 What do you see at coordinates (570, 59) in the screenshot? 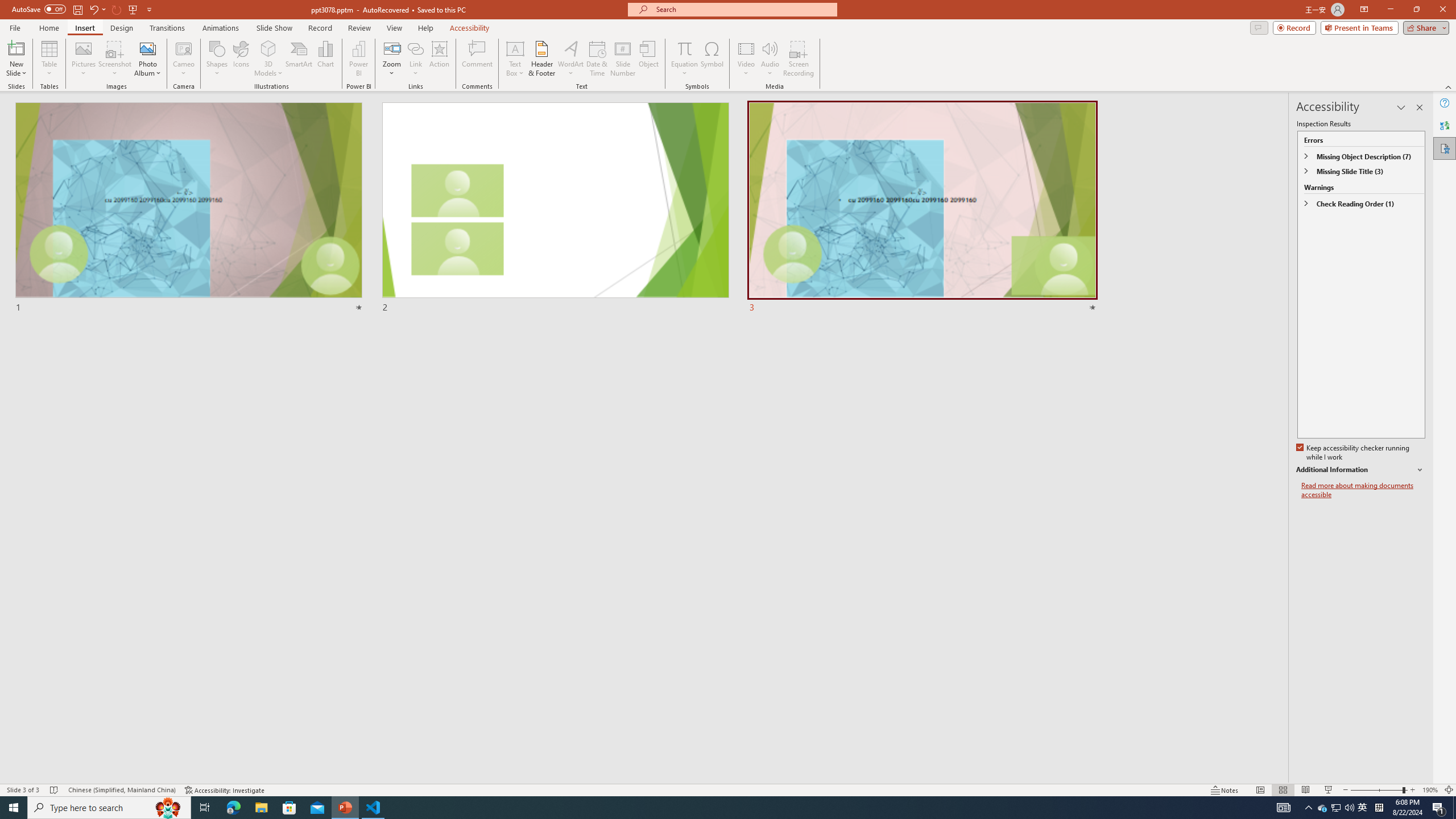
I see `'WordArt'` at bounding box center [570, 59].